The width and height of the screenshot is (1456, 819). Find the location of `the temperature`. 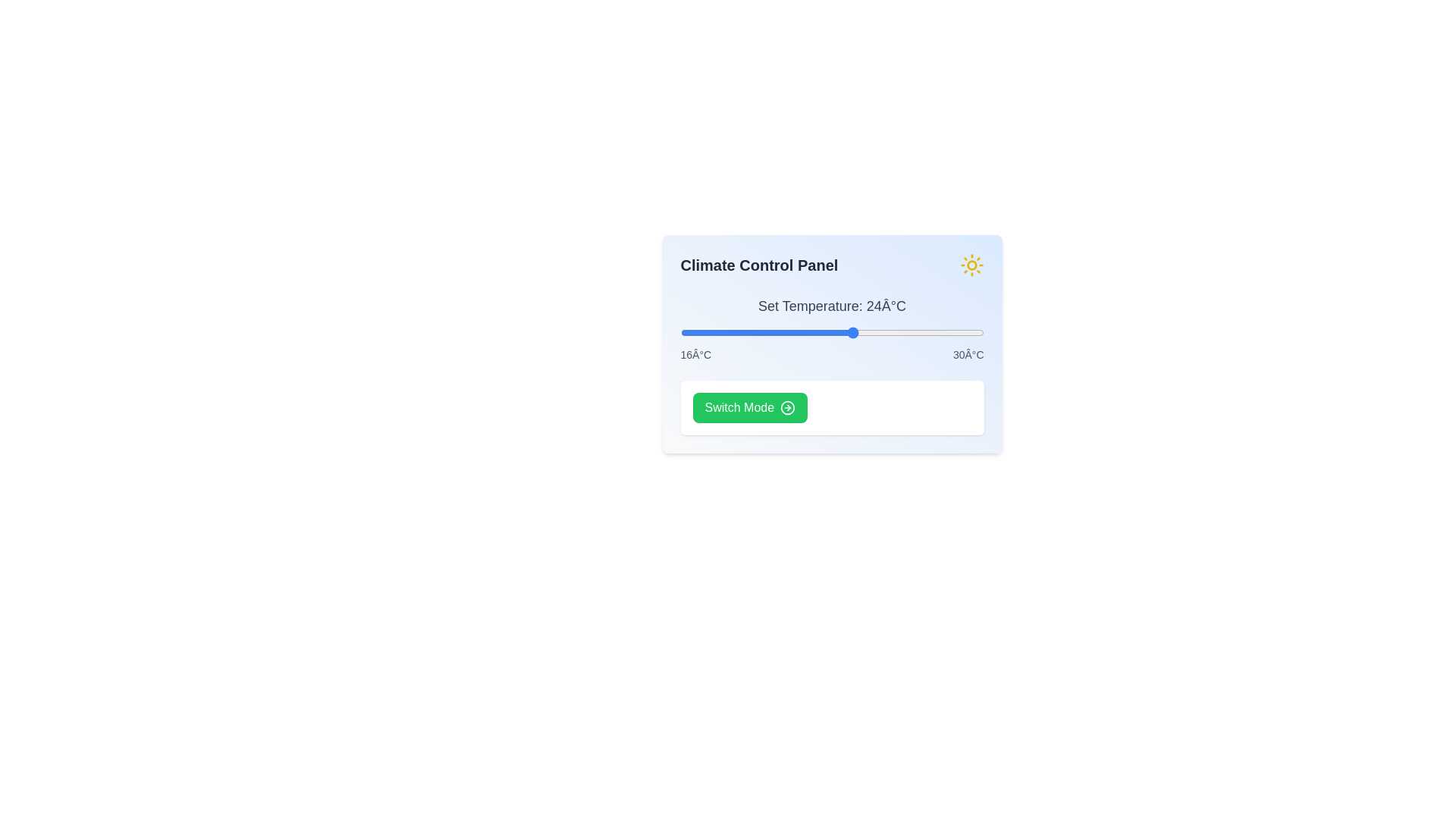

the temperature is located at coordinates (809, 332).